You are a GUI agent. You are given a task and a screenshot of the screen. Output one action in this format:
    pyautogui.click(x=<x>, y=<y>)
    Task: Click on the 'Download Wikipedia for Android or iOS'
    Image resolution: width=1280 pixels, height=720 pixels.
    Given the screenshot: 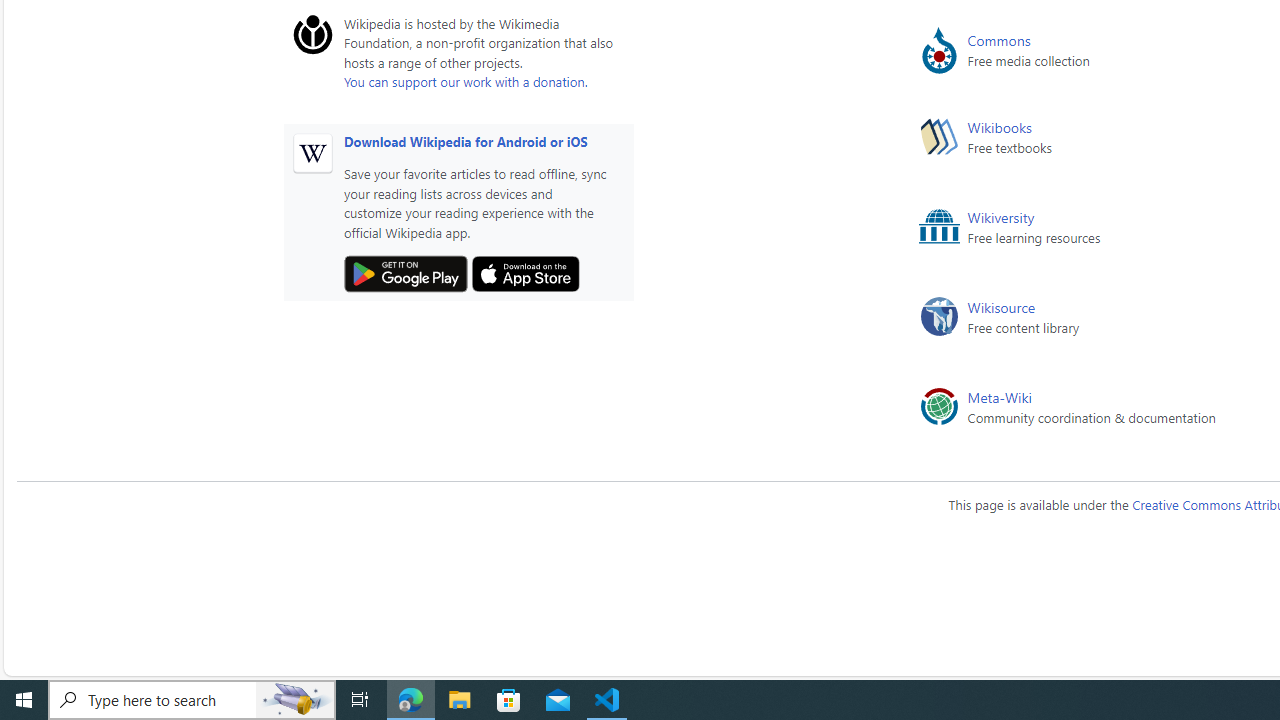 What is the action you would take?
    pyautogui.click(x=464, y=139)
    